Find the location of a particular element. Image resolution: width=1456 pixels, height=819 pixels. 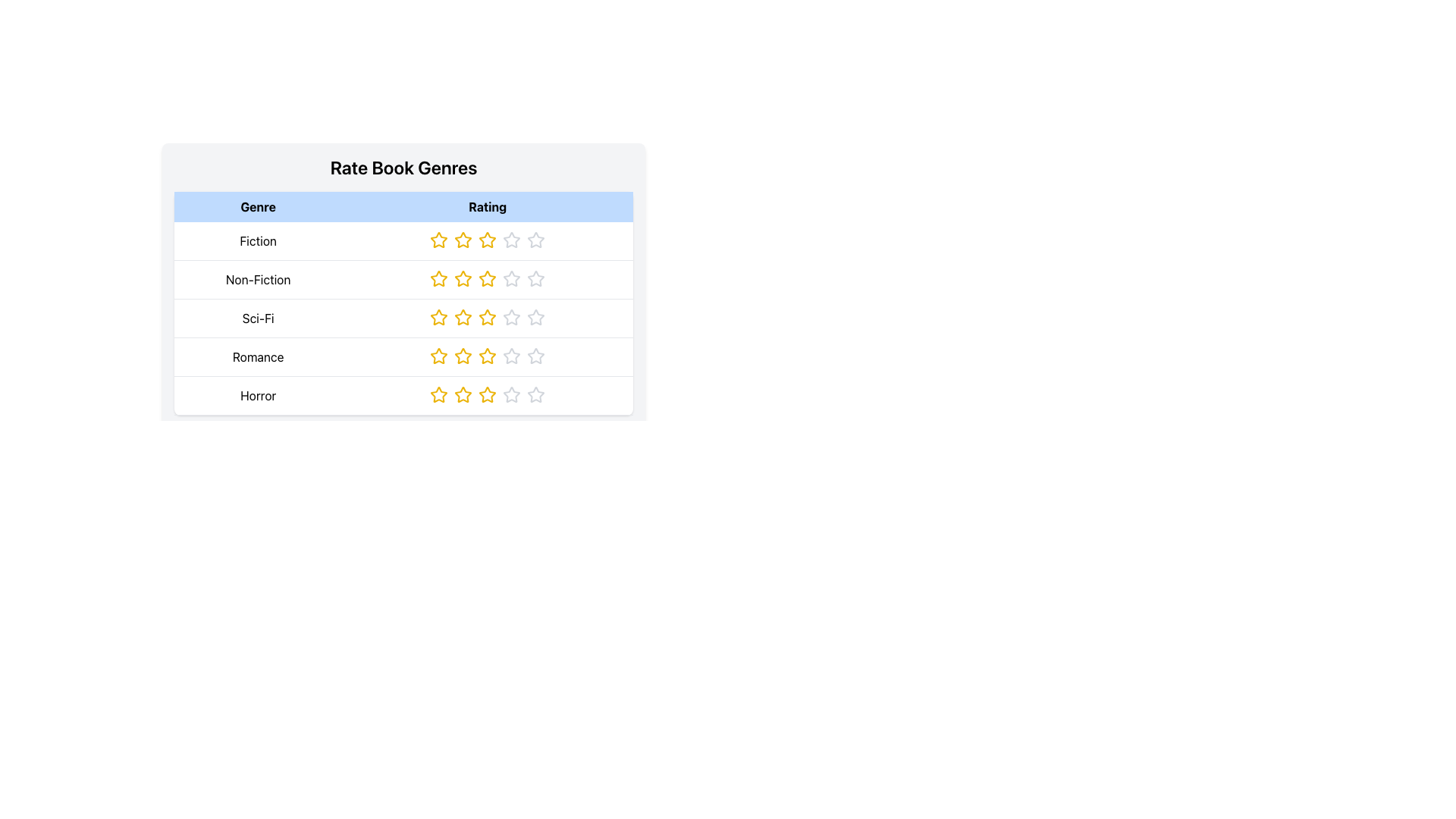

the first star-shaped SVG icon with a filled yellow border in the 'Rating' column of the 'Horror' row in the 'Rate Book Genres' table is located at coordinates (438, 394).